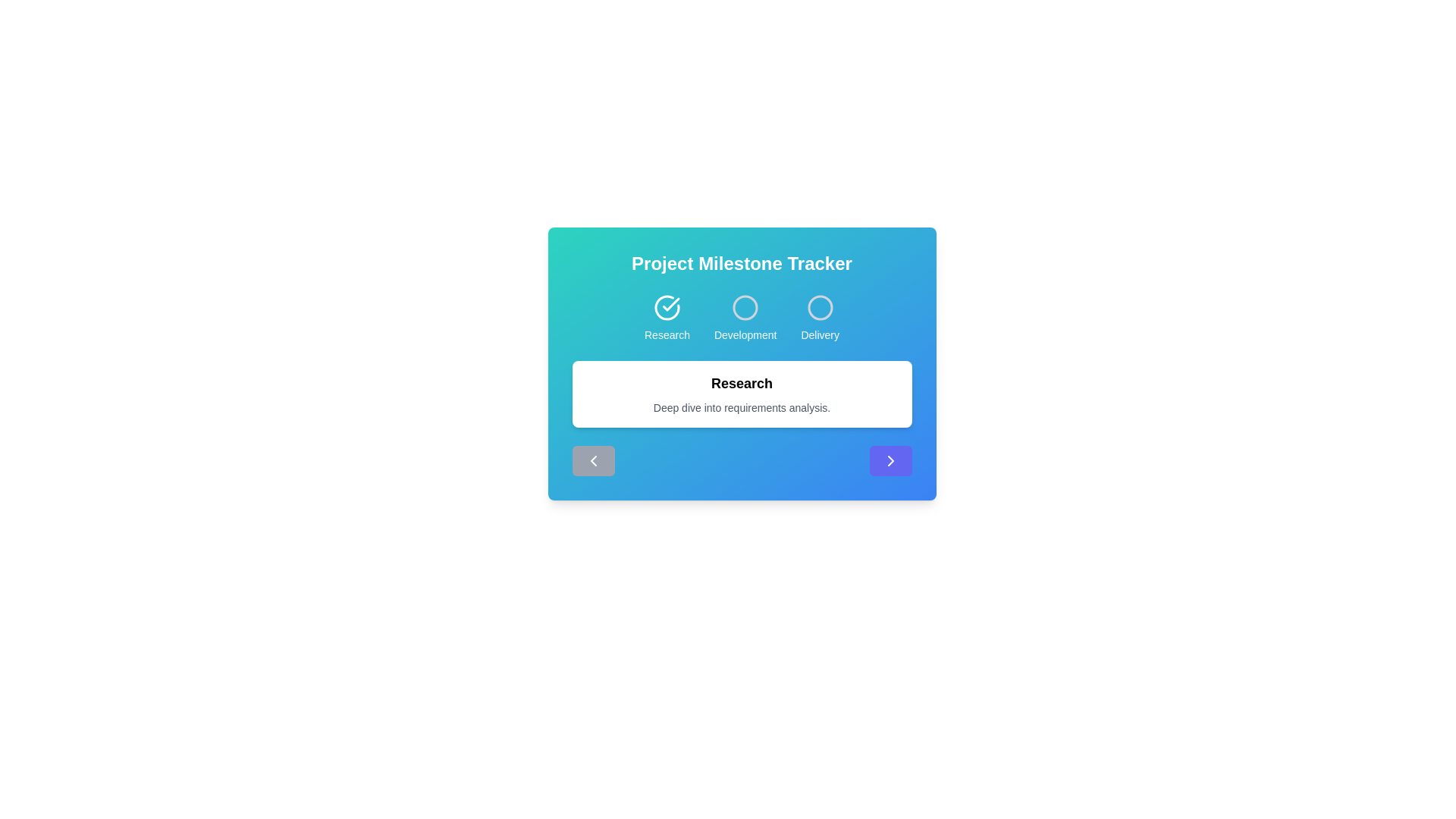 Image resolution: width=1456 pixels, height=819 pixels. What do you see at coordinates (745, 334) in the screenshot?
I see `the static text label displaying 'Development' in white color, which is positioned below an icon in a vertical layout` at bounding box center [745, 334].